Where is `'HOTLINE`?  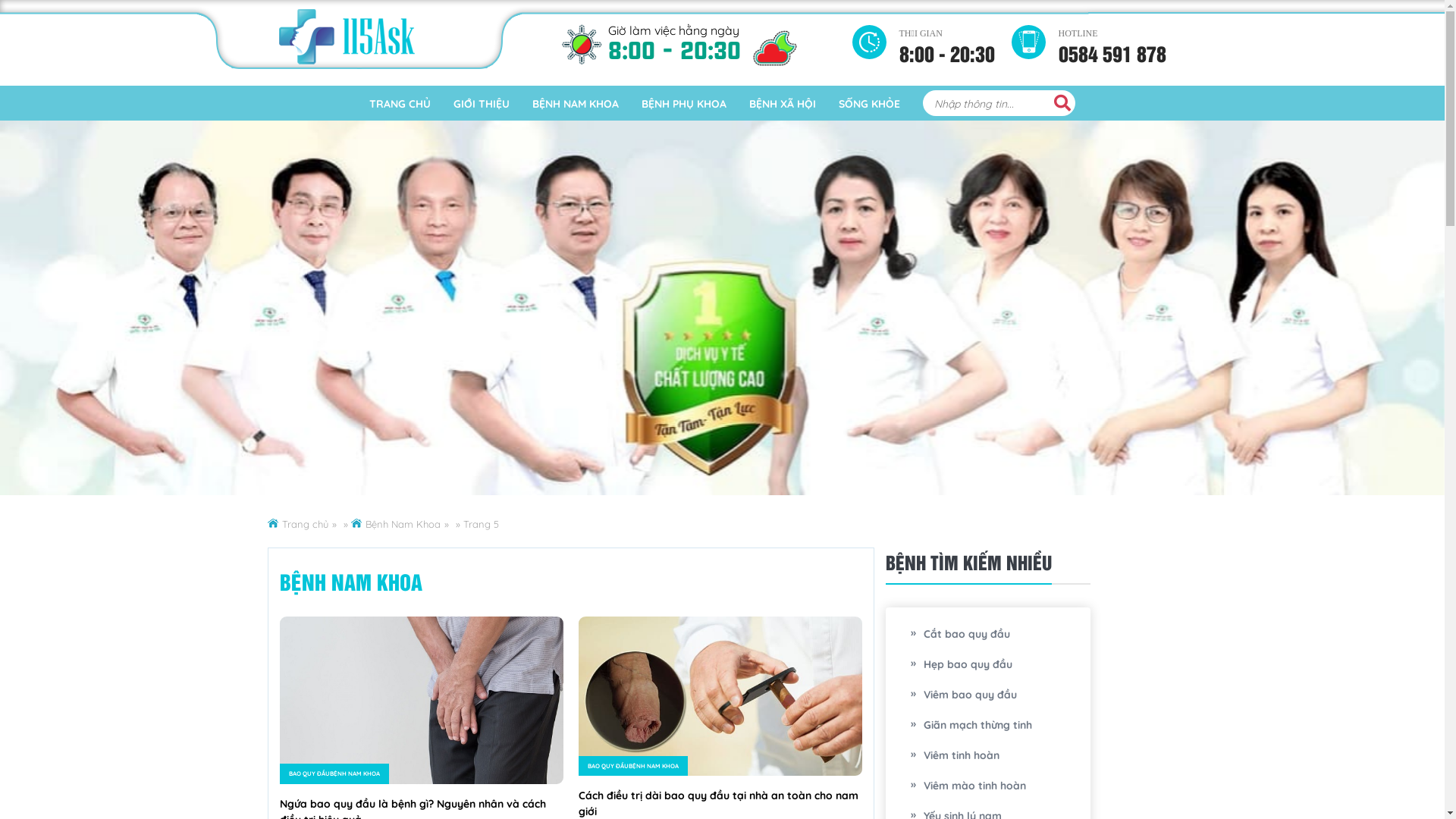
'HOTLINE is located at coordinates (1112, 39).